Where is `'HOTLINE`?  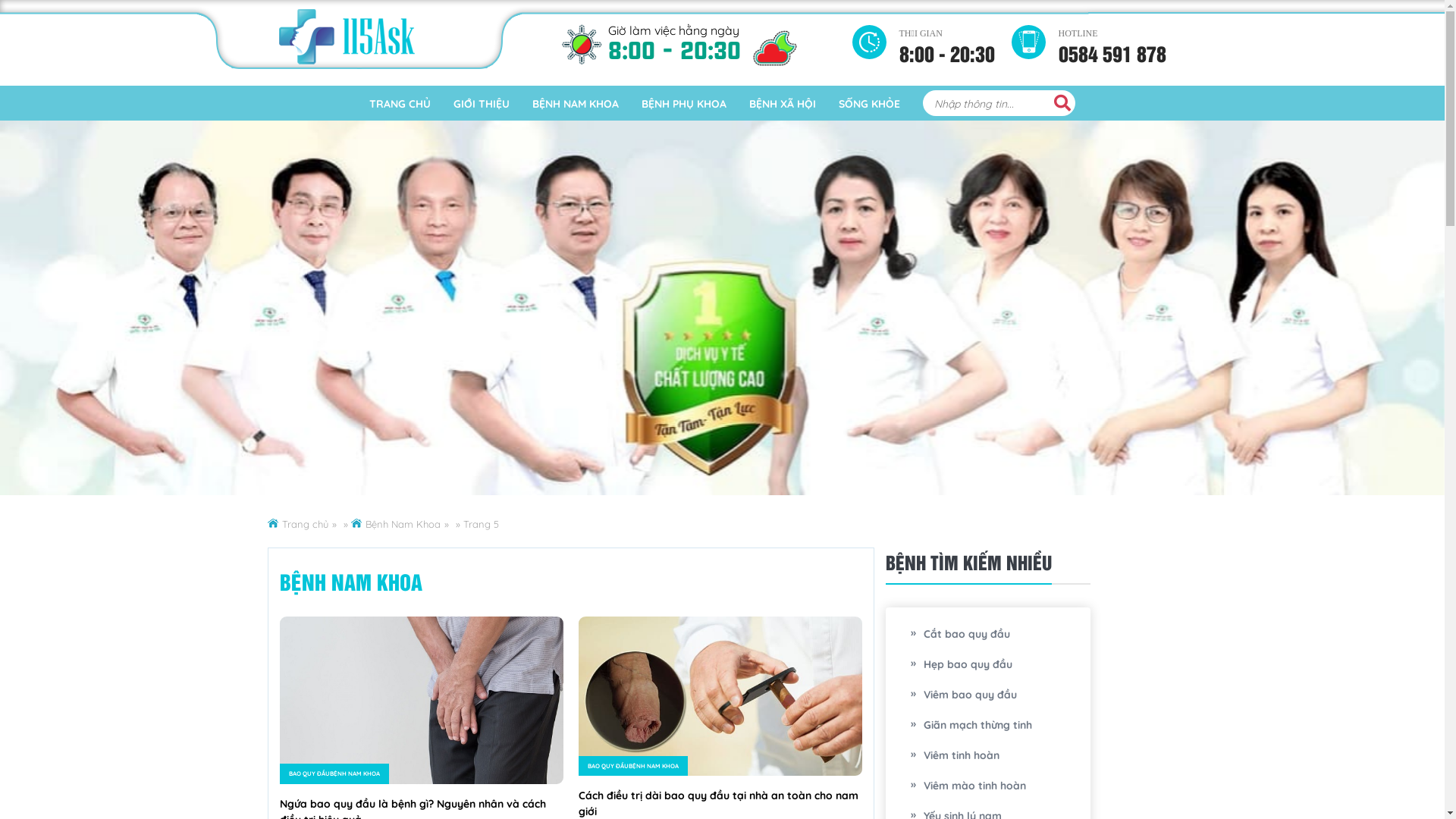
'HOTLINE is located at coordinates (1112, 39).